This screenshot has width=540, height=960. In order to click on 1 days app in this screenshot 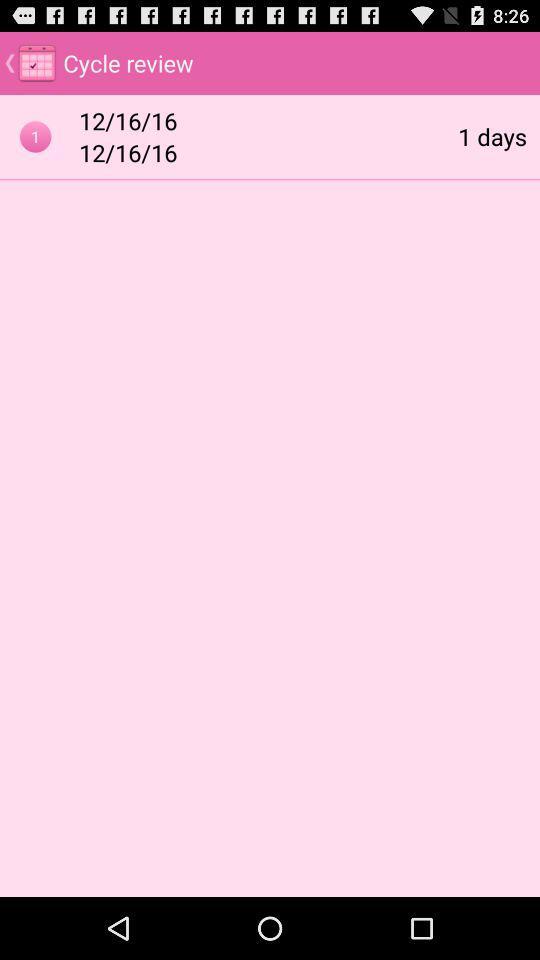, I will do `click(491, 135)`.